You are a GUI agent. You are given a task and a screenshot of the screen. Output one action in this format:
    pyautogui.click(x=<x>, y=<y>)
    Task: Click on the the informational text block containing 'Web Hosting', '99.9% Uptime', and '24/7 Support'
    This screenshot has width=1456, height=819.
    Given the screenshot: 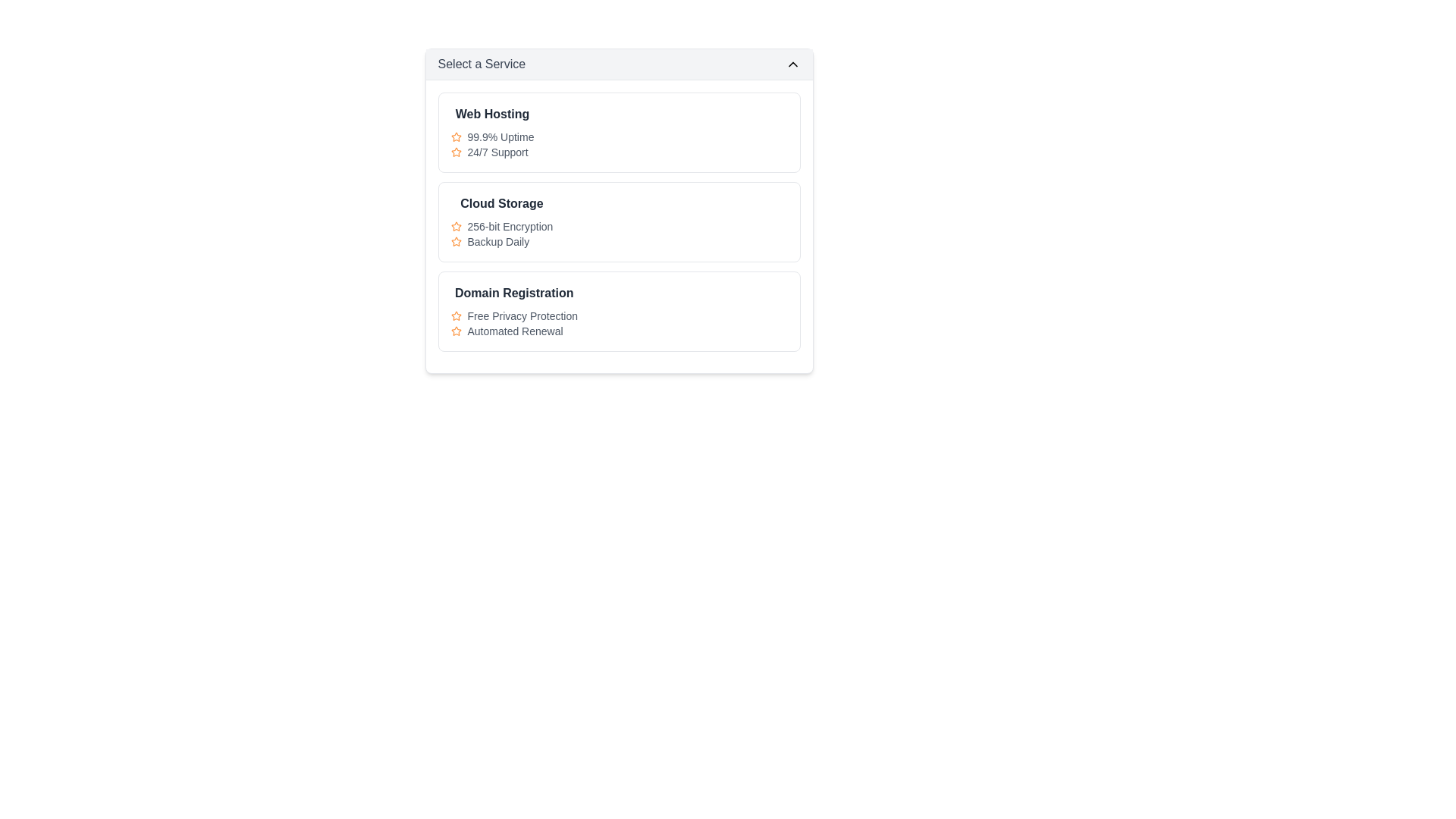 What is the action you would take?
    pyautogui.click(x=619, y=131)
    